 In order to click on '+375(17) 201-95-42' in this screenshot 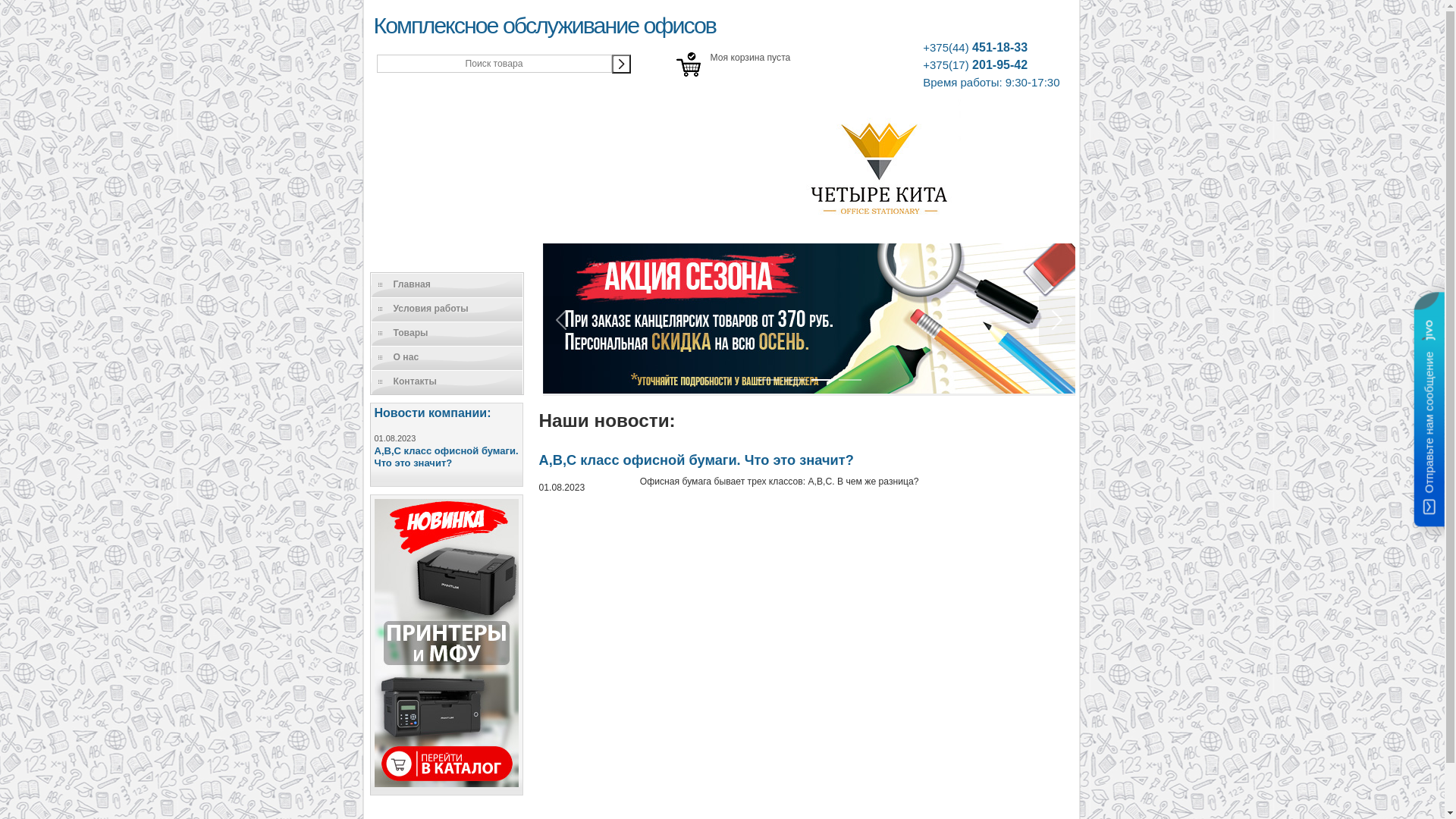, I will do `click(922, 64)`.